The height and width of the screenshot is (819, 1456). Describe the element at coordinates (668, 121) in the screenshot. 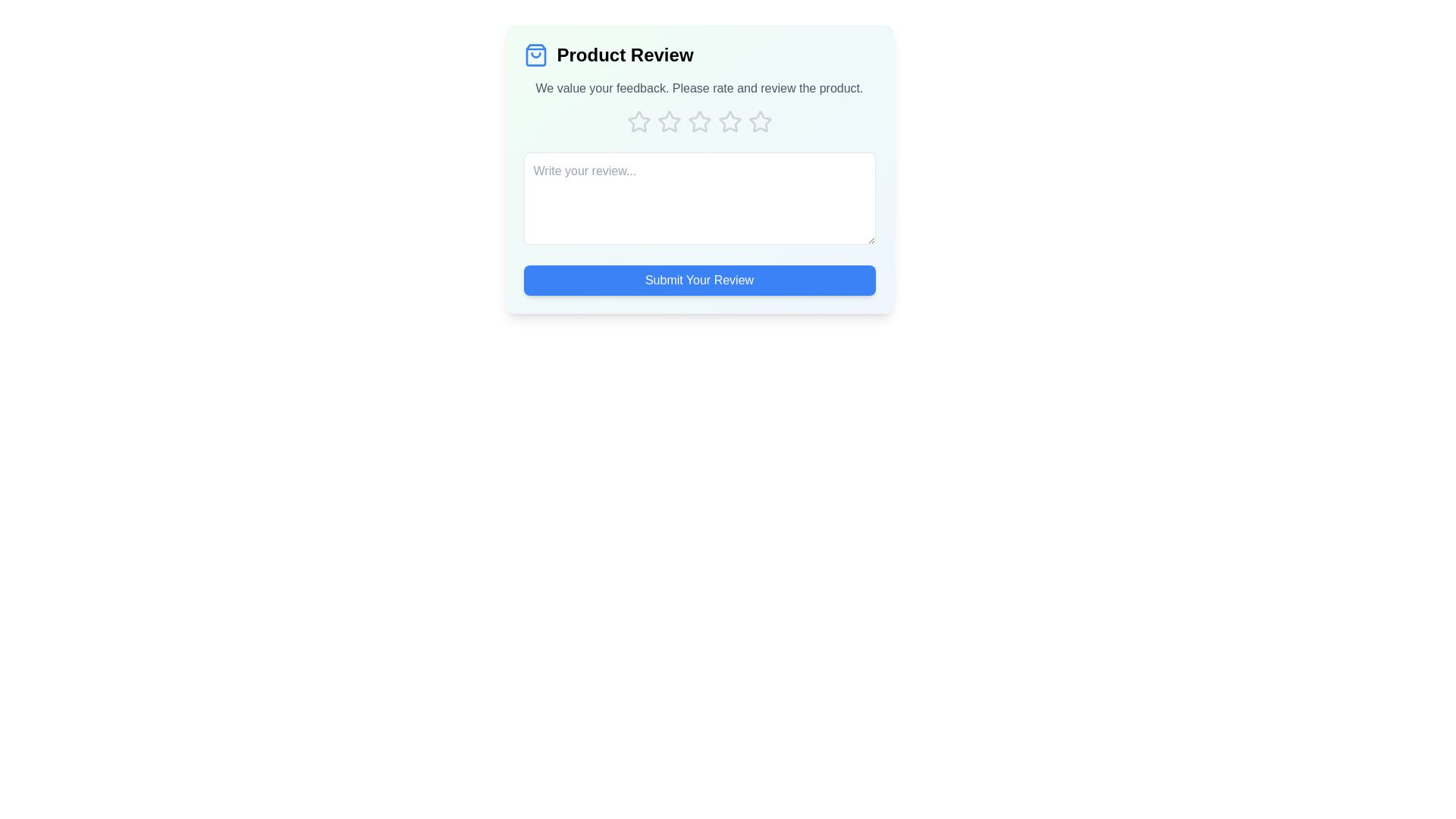

I see `the second star icon used as a rating button in the 'Product Review' section` at that location.